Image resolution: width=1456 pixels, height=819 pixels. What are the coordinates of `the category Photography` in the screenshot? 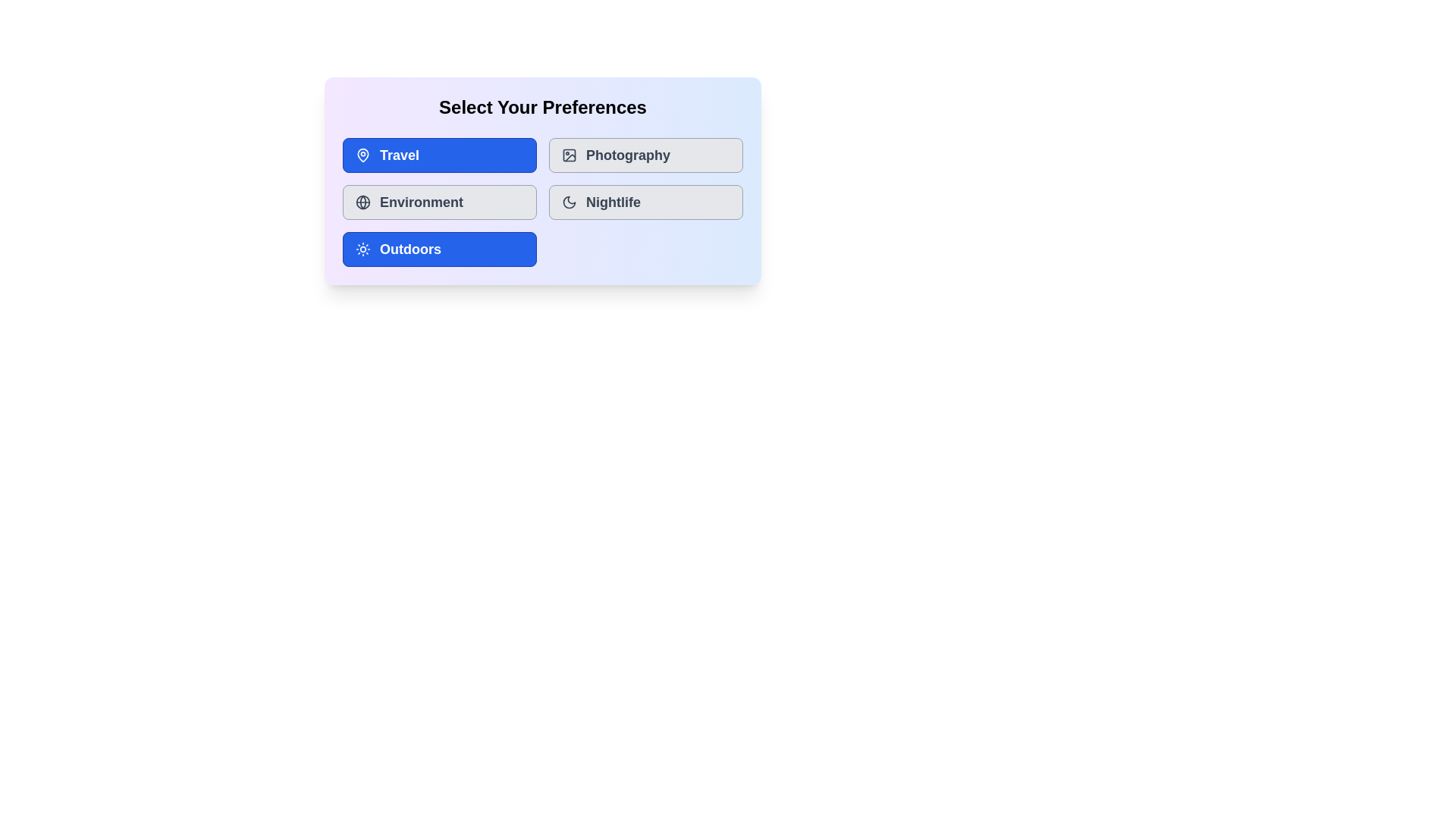 It's located at (645, 155).